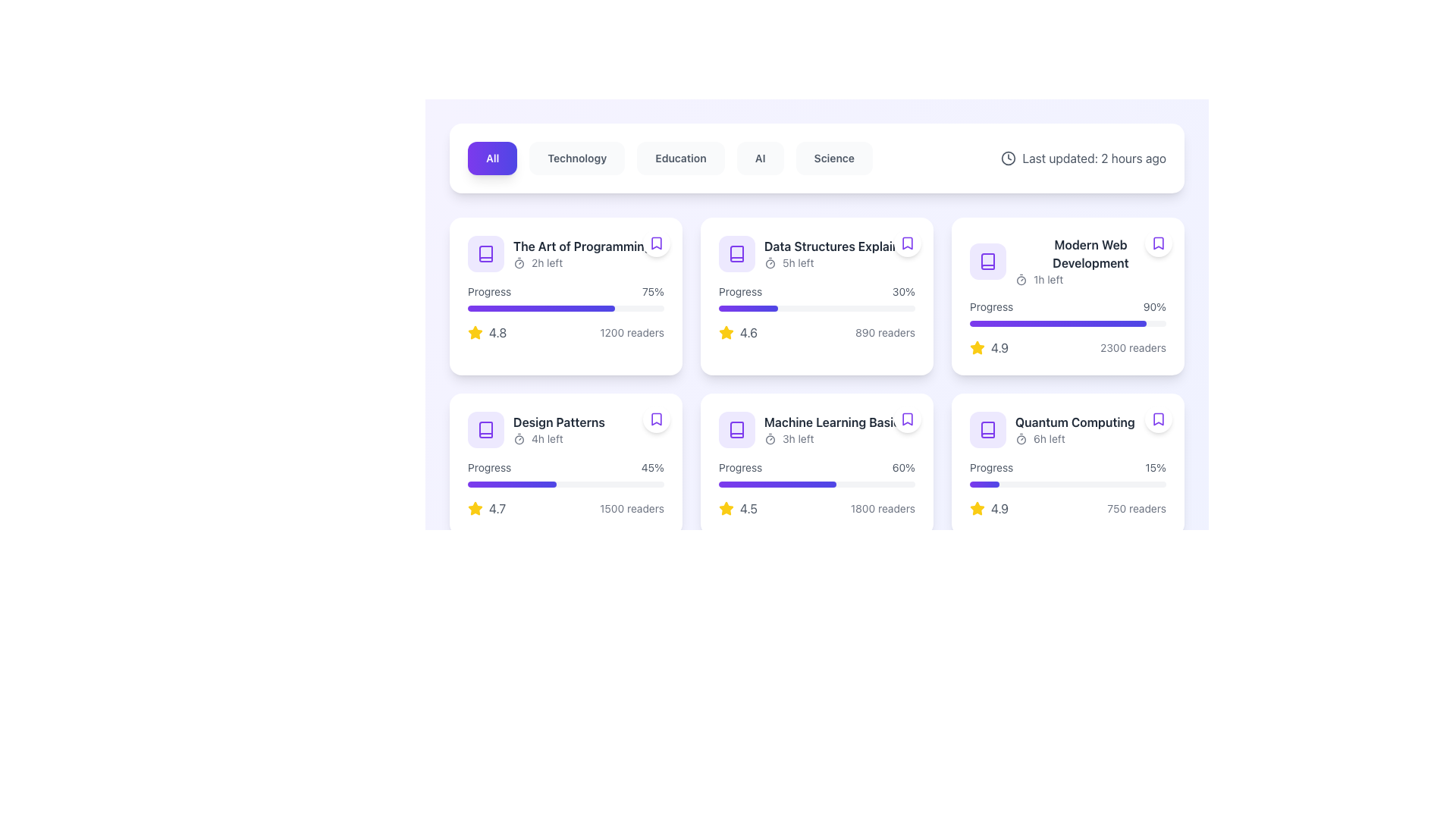  Describe the element at coordinates (740, 467) in the screenshot. I see `the static text label that describes the associated progress metric and percentage, located in the center left of the second row of the course card` at that location.